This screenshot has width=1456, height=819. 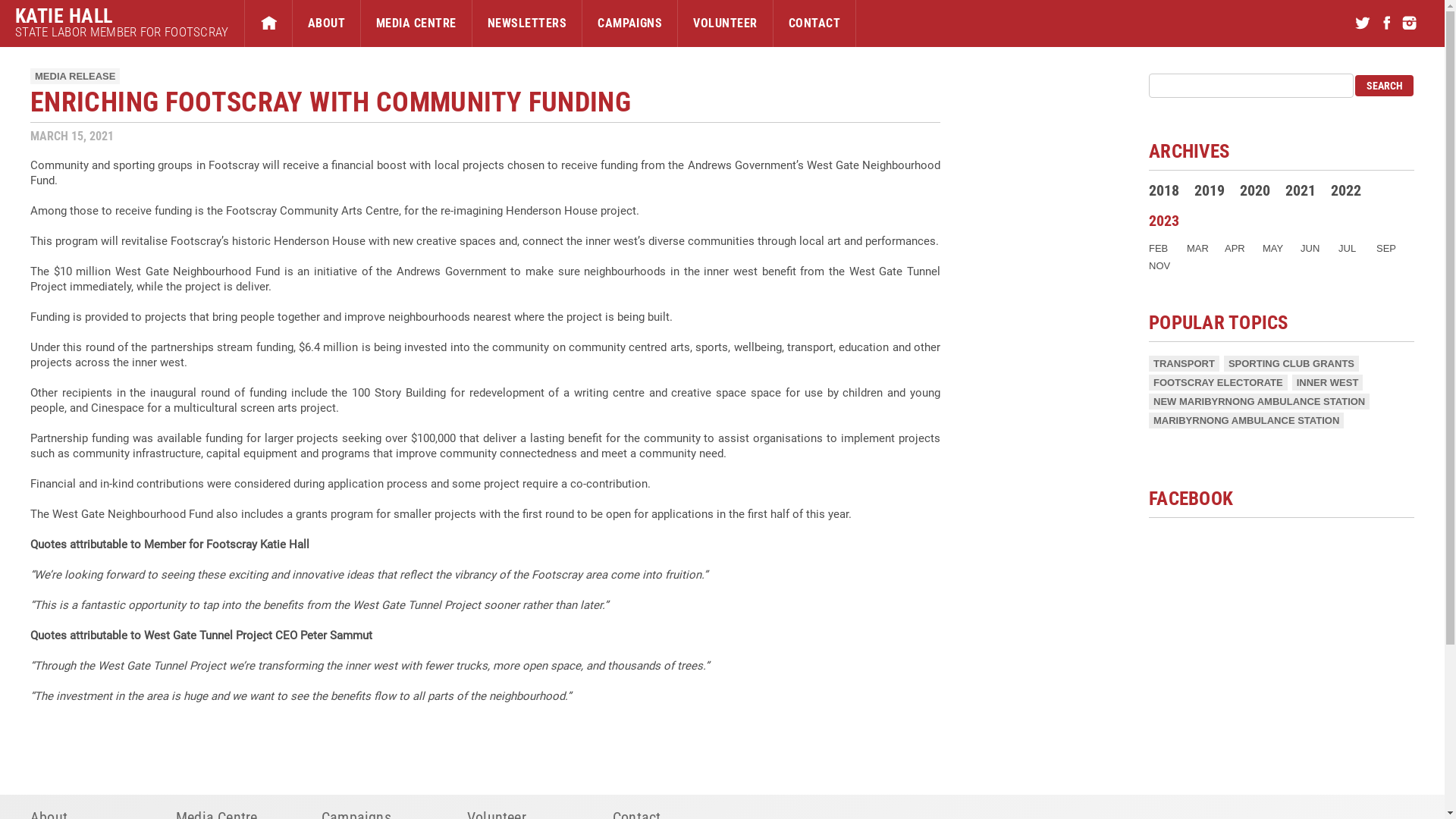 I want to click on 'MEDIA CENTRE', so click(x=359, y=23).